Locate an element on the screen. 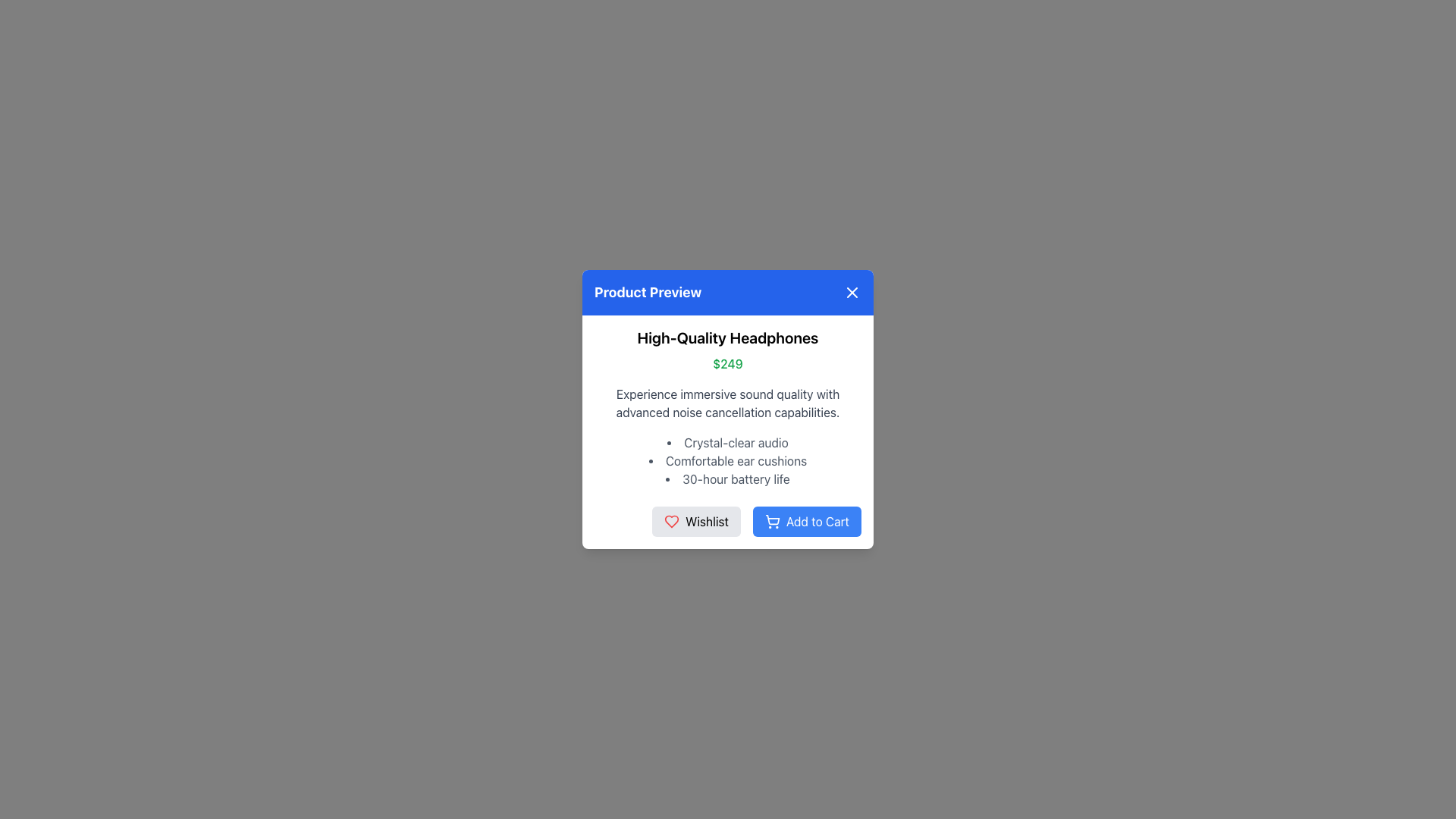 This screenshot has width=1456, height=819. the red heart-shaped icon within the 'Wishlist' button, located below the main content of the pop-up modal is located at coordinates (671, 520).